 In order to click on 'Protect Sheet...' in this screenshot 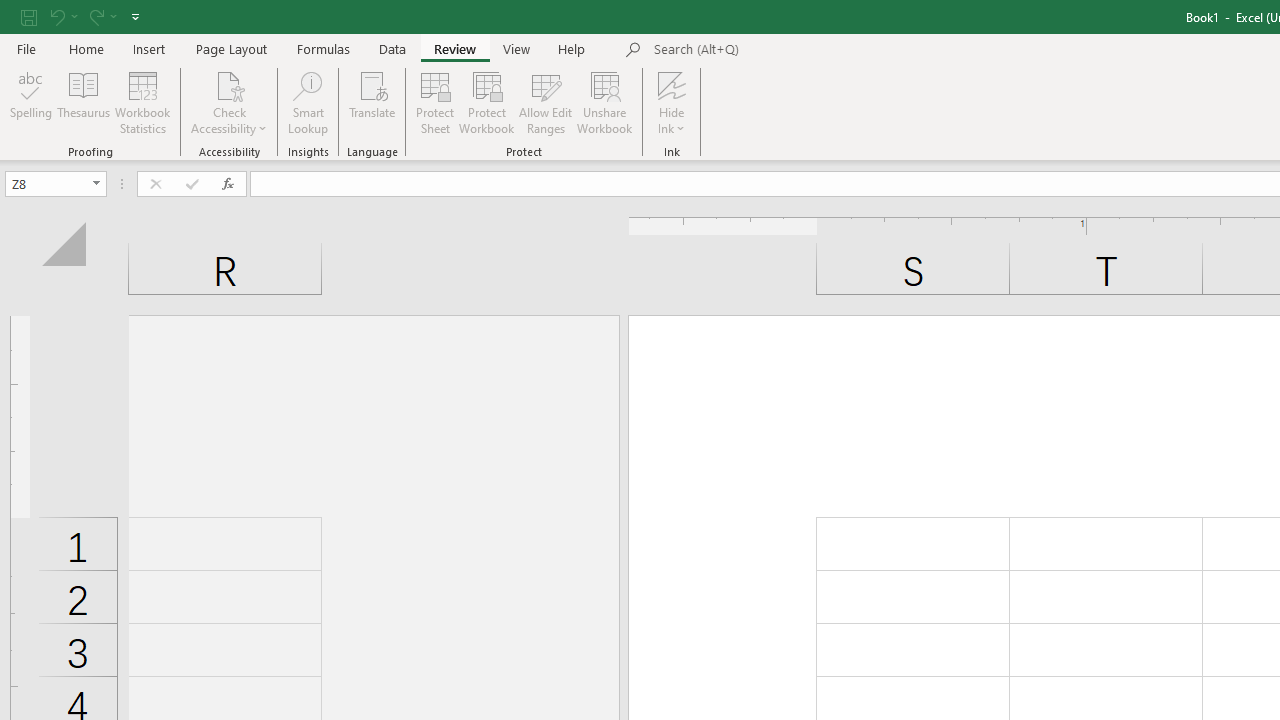, I will do `click(434, 103)`.